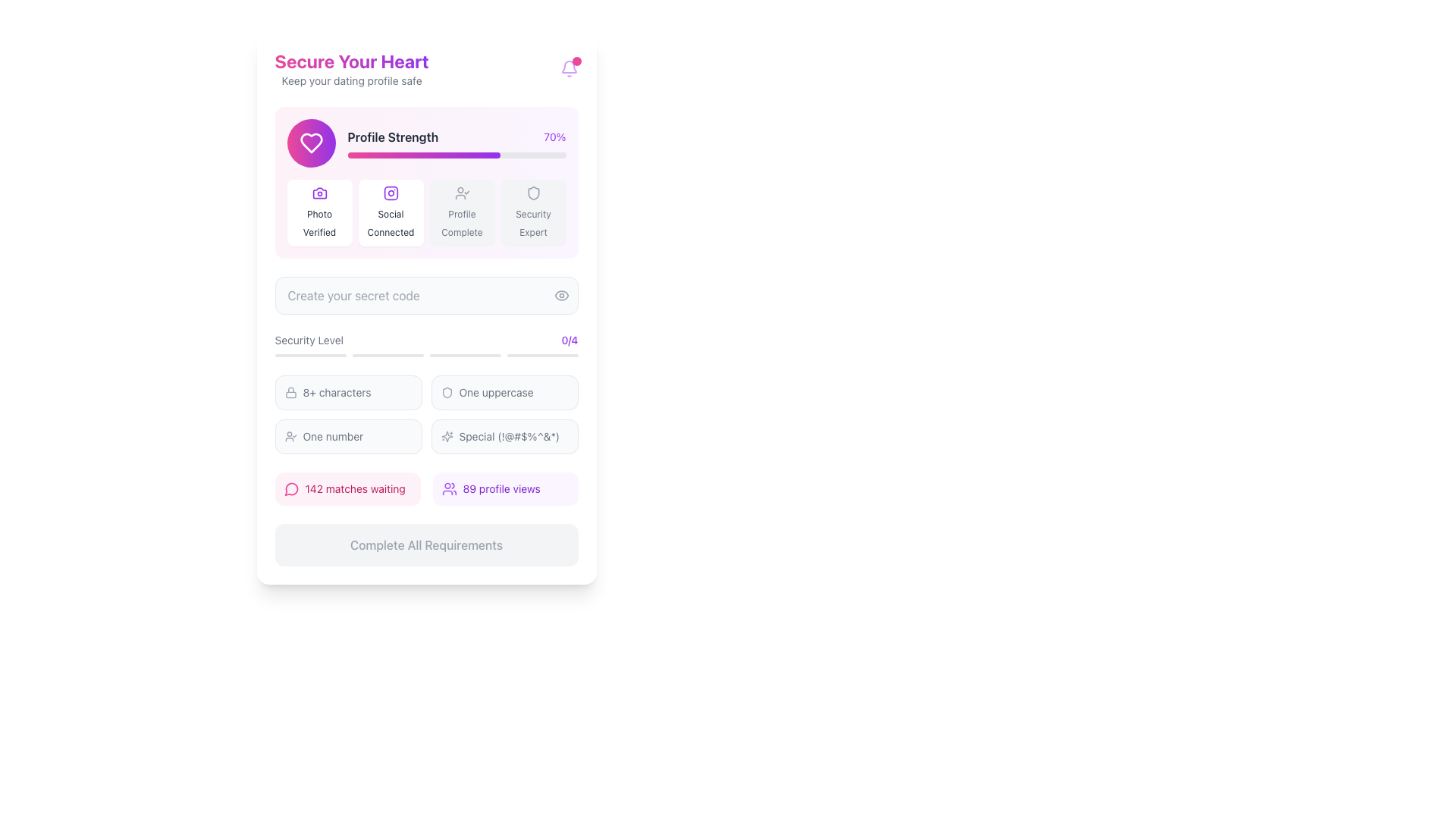 This screenshot has height=819, width=1456. What do you see at coordinates (310, 143) in the screenshot?
I see `the heart-shaped icon with a gradient from pink to purple, located near the top left corner of the interface, inside a circular pink background, adjacent to 'Profile Strength'` at bounding box center [310, 143].